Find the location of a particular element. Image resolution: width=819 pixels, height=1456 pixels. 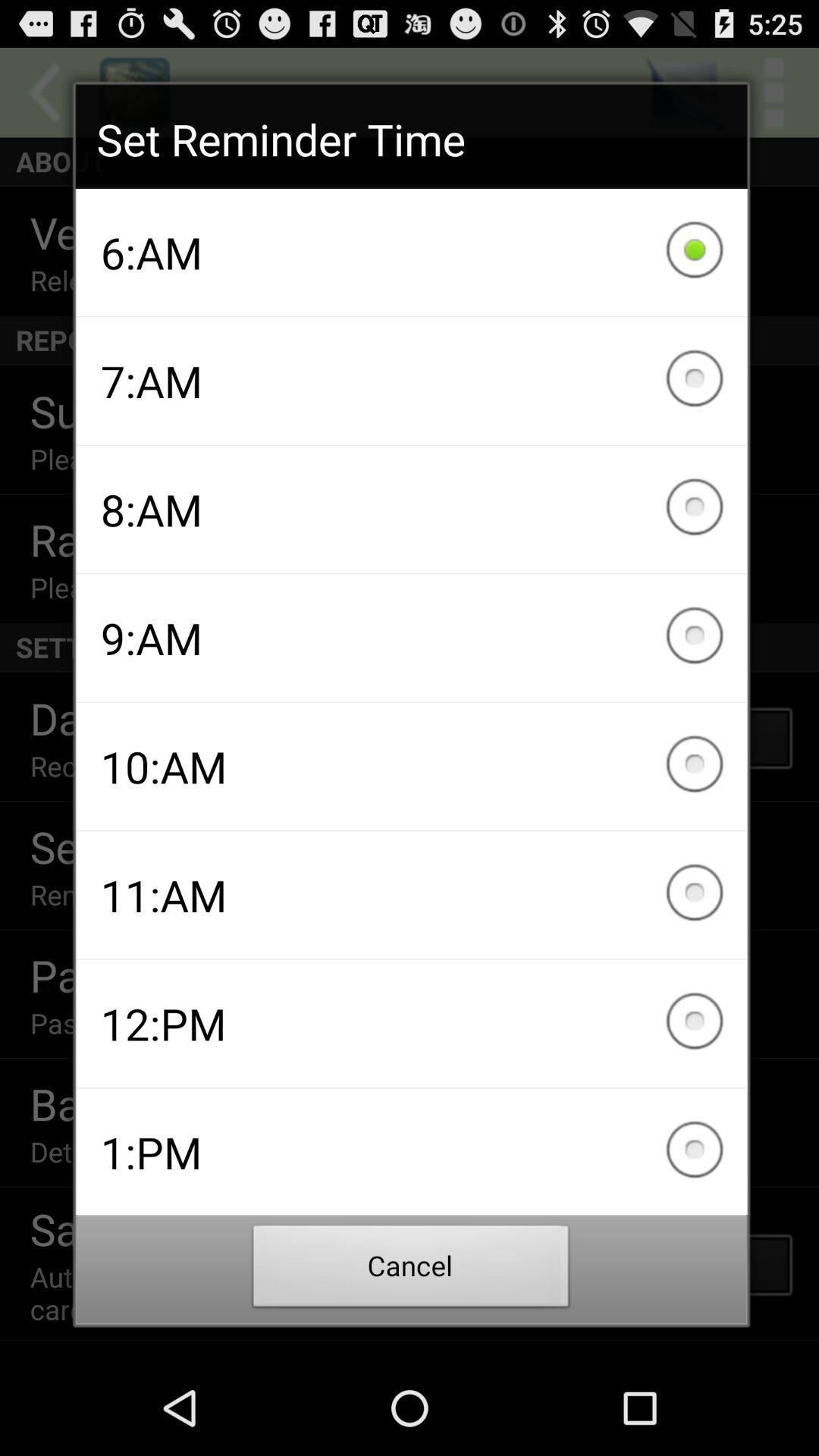

checkbox below the 1:pm icon is located at coordinates (411, 1270).